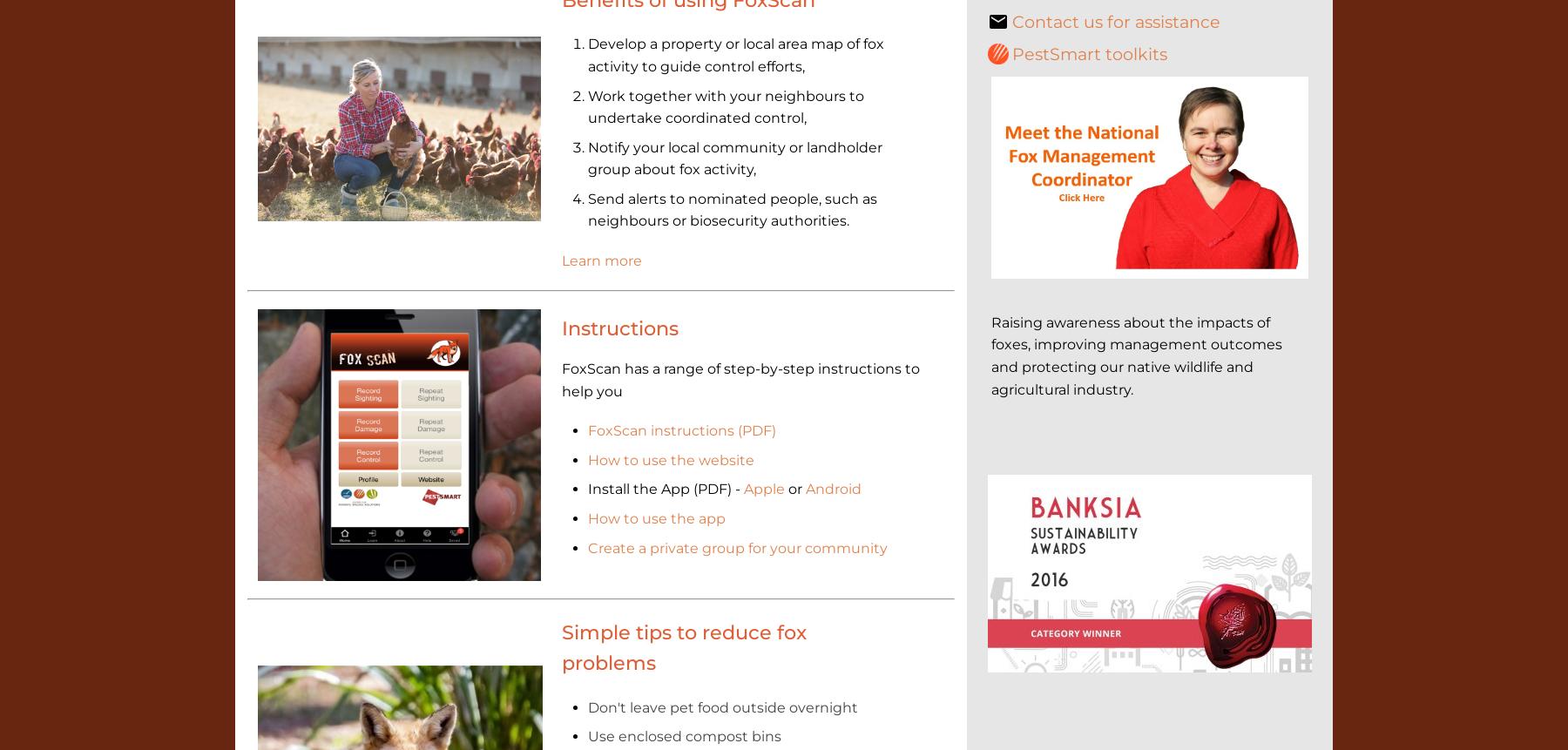 The height and width of the screenshot is (750, 1568). What do you see at coordinates (654, 517) in the screenshot?
I see `'How to use the app'` at bounding box center [654, 517].